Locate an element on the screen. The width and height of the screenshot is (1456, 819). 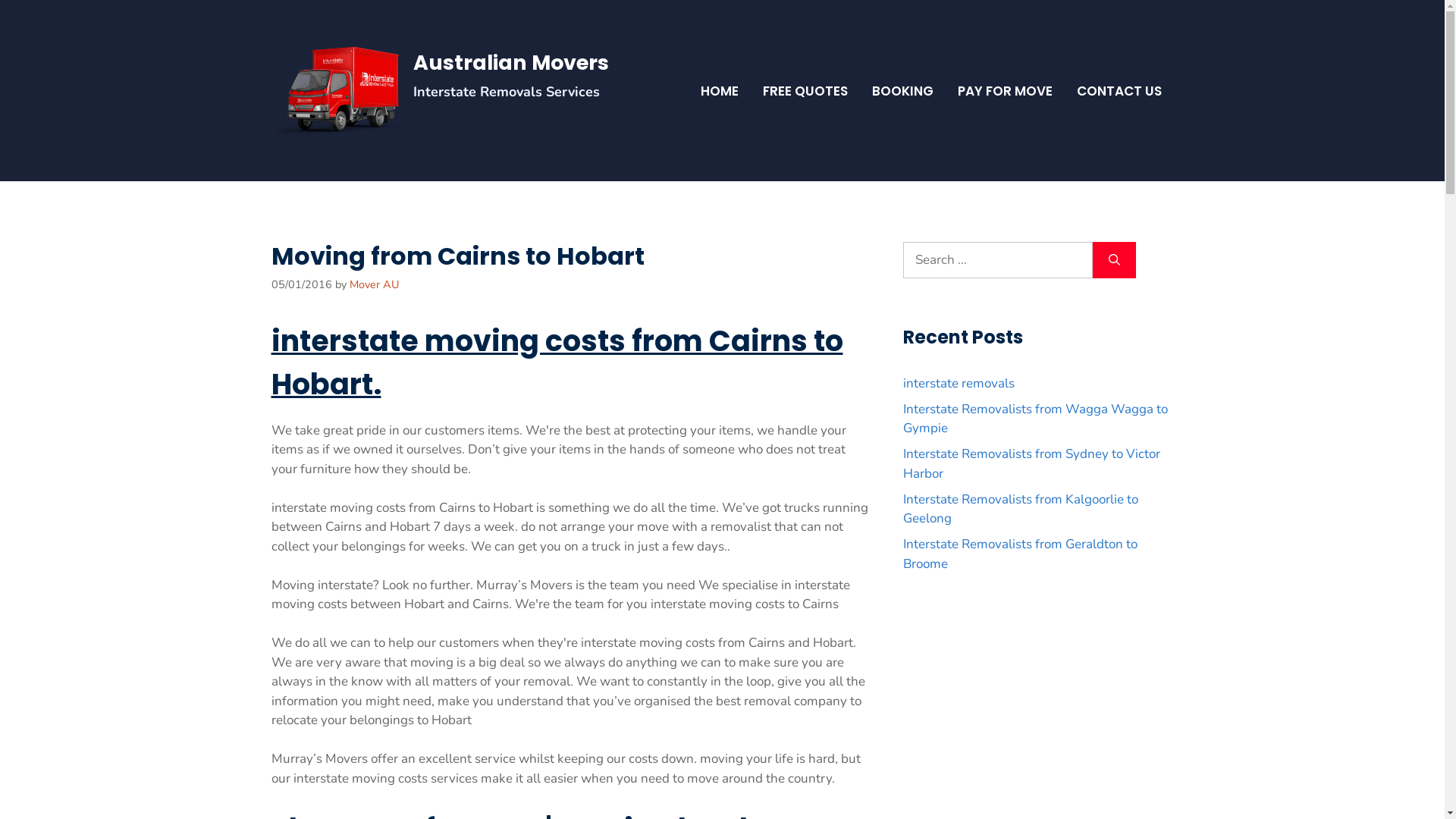
'Mover AU' is located at coordinates (348, 284).